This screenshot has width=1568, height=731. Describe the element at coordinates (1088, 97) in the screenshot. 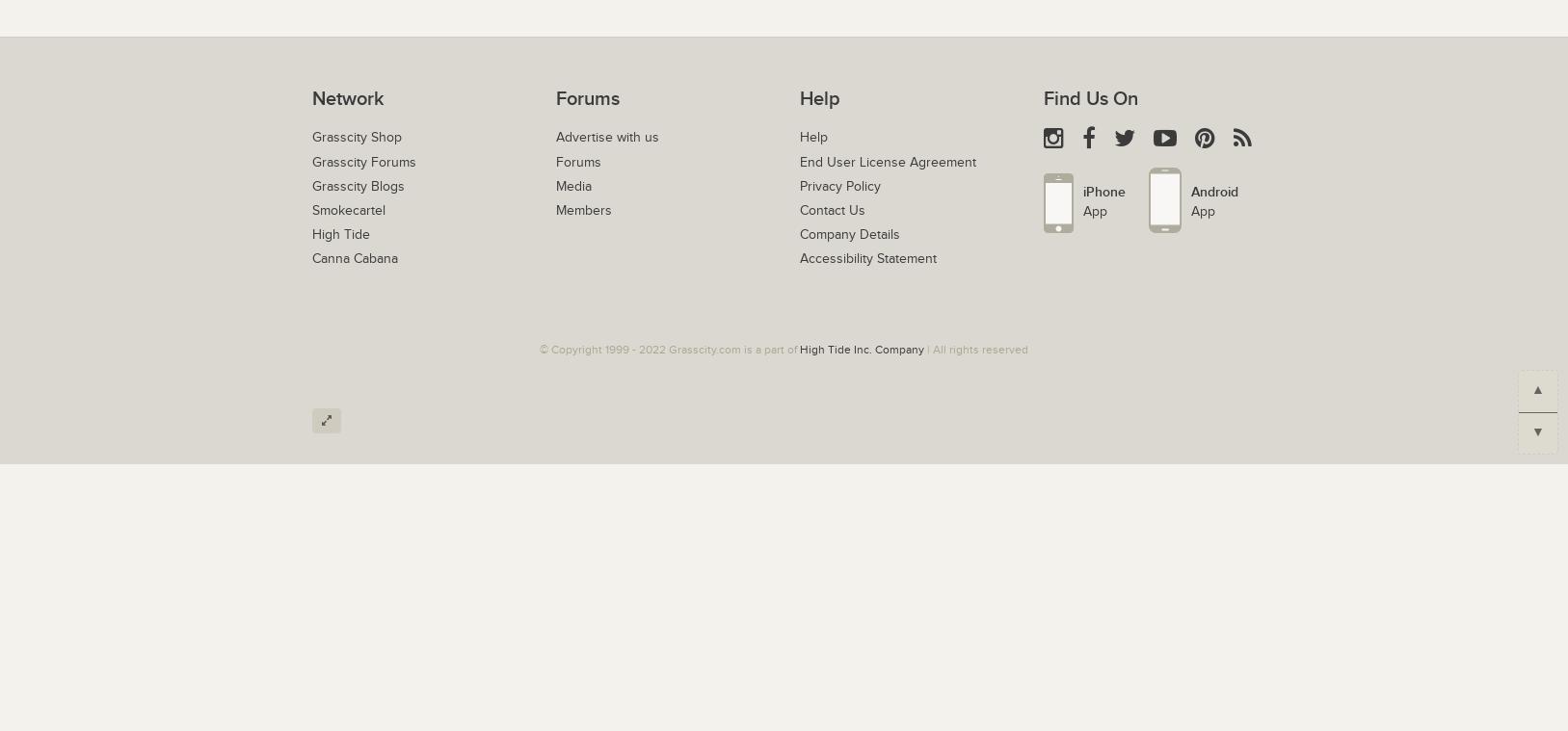

I see `'Find Us On'` at that location.